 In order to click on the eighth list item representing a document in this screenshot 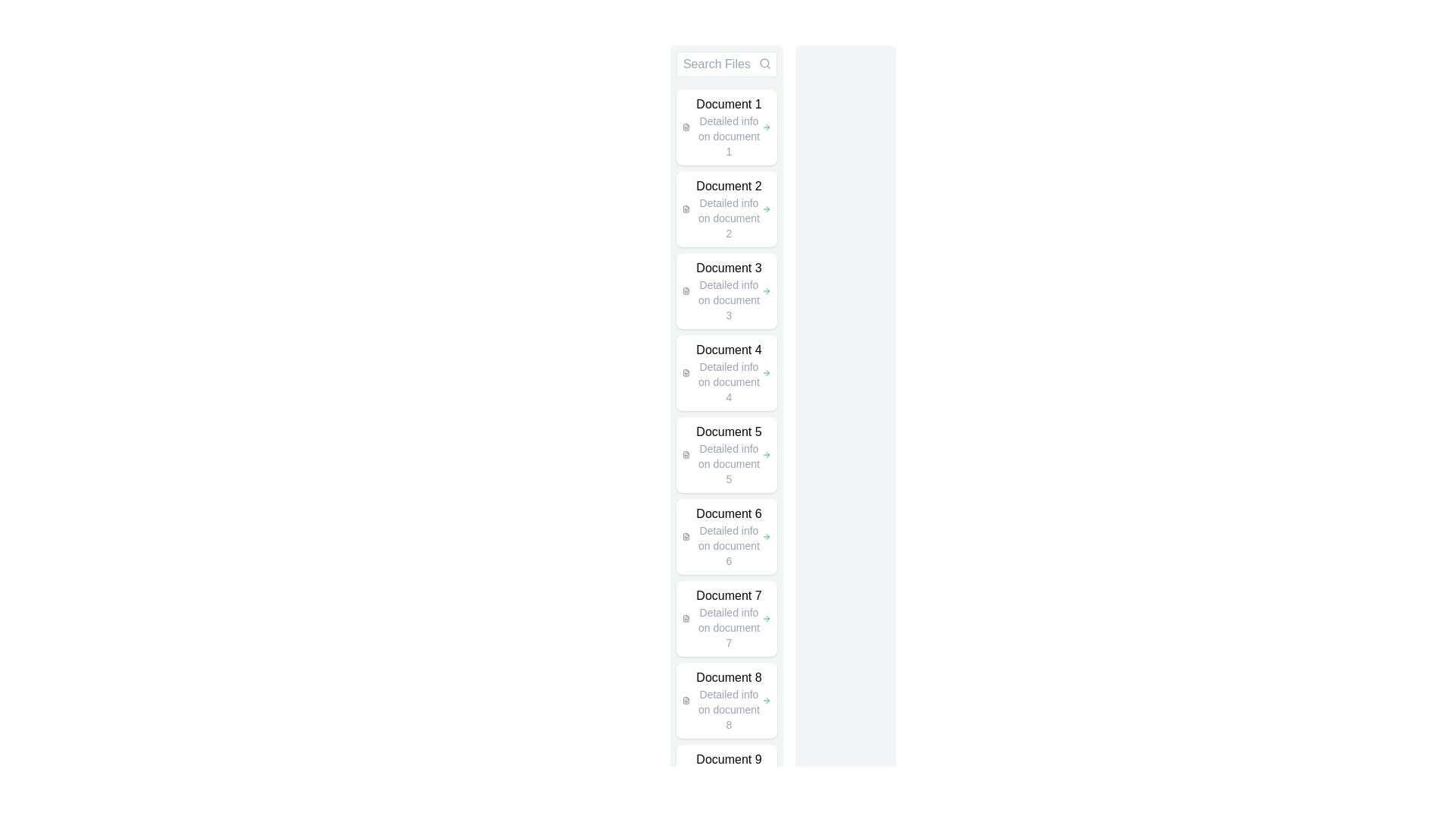, I will do `click(726, 701)`.